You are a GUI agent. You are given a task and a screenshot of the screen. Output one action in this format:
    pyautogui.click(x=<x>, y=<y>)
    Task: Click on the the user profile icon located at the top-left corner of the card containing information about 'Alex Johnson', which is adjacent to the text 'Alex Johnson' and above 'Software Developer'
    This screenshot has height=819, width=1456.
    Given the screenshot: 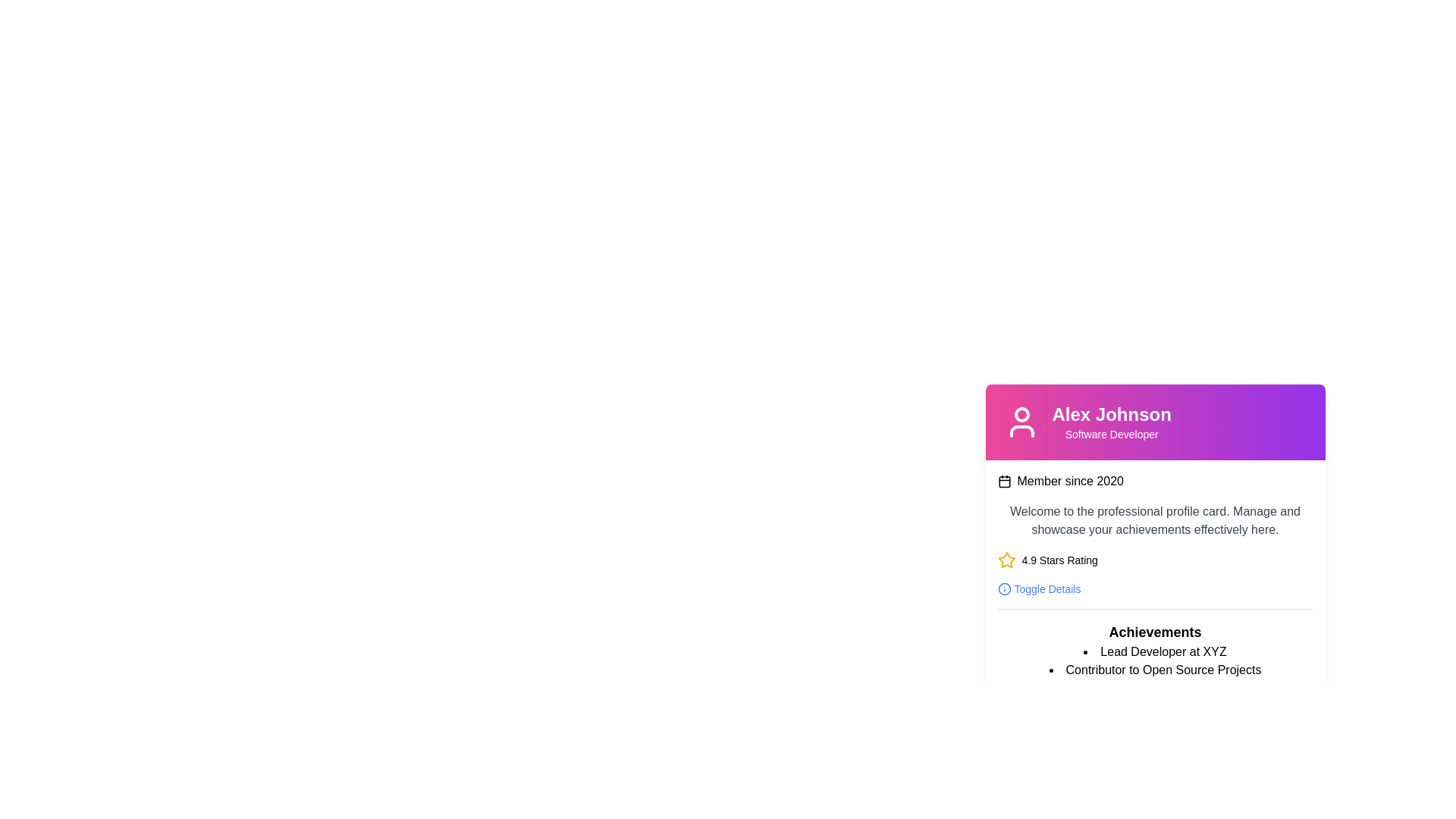 What is the action you would take?
    pyautogui.click(x=1021, y=422)
    